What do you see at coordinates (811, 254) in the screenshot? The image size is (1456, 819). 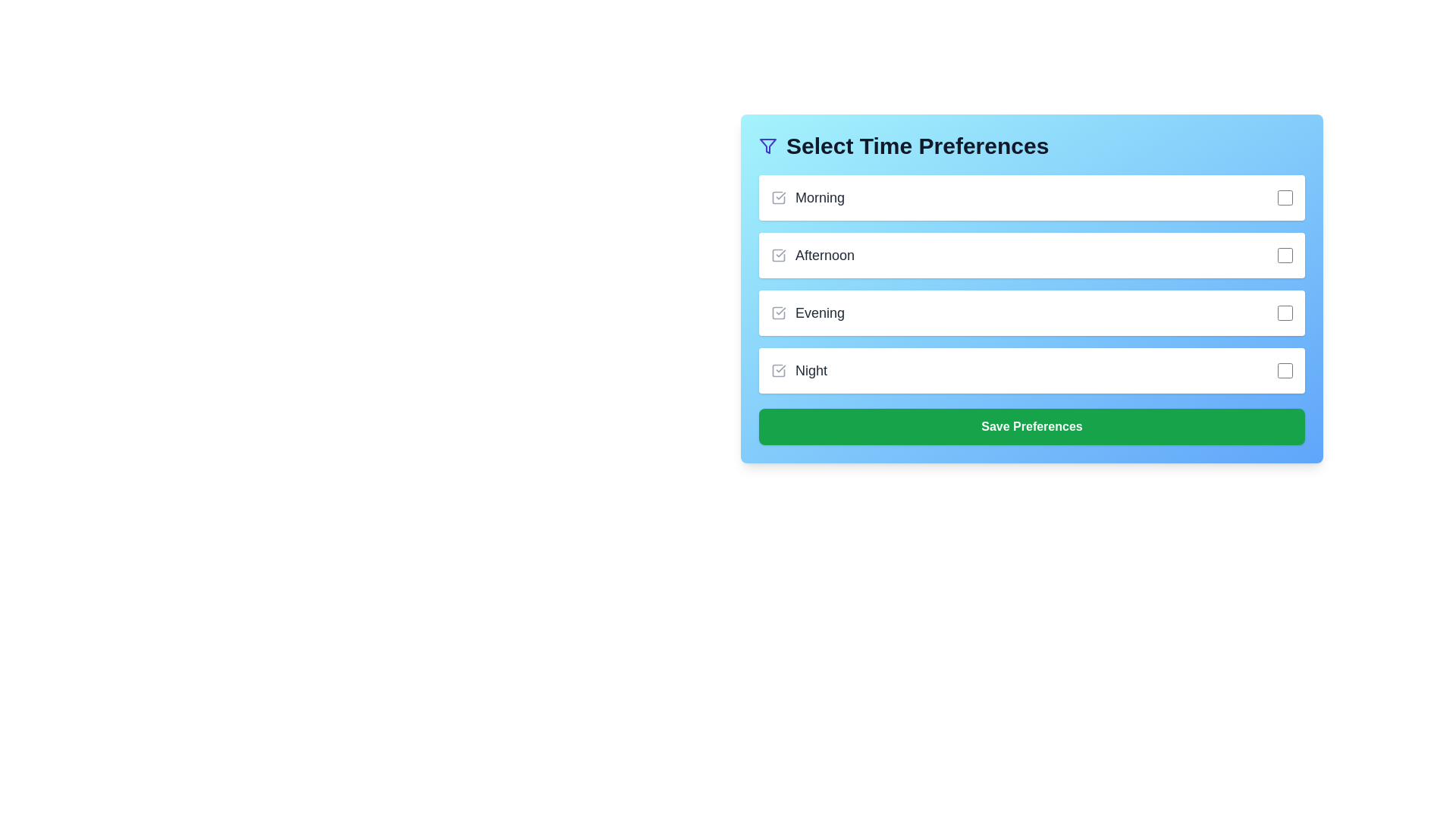 I see `the label displaying 'Afternoon' which is located in the second row of time preferences beneath 'Morning'` at bounding box center [811, 254].